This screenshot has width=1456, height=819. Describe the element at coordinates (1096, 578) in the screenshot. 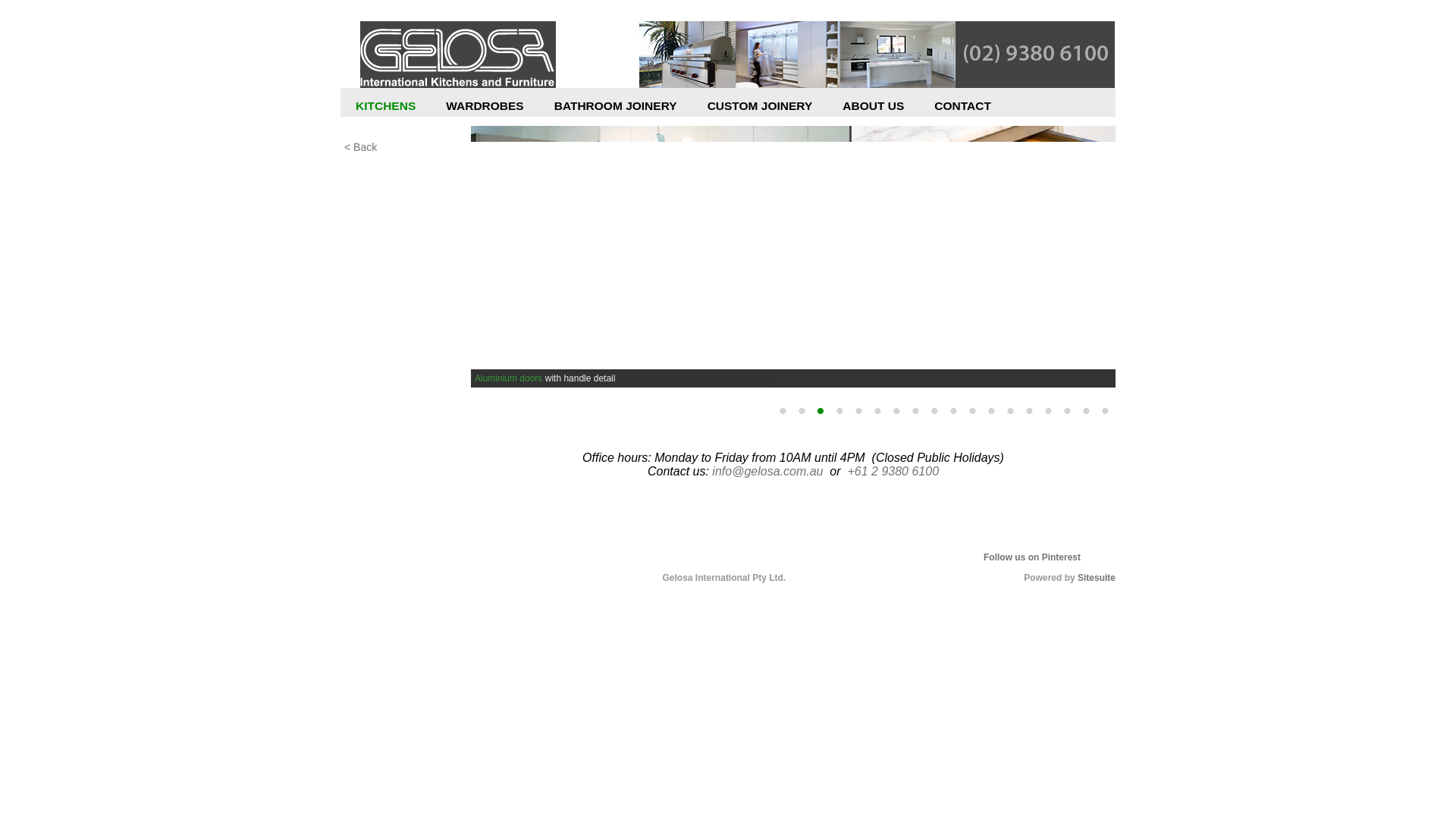

I see `'Sitesuite'` at that location.